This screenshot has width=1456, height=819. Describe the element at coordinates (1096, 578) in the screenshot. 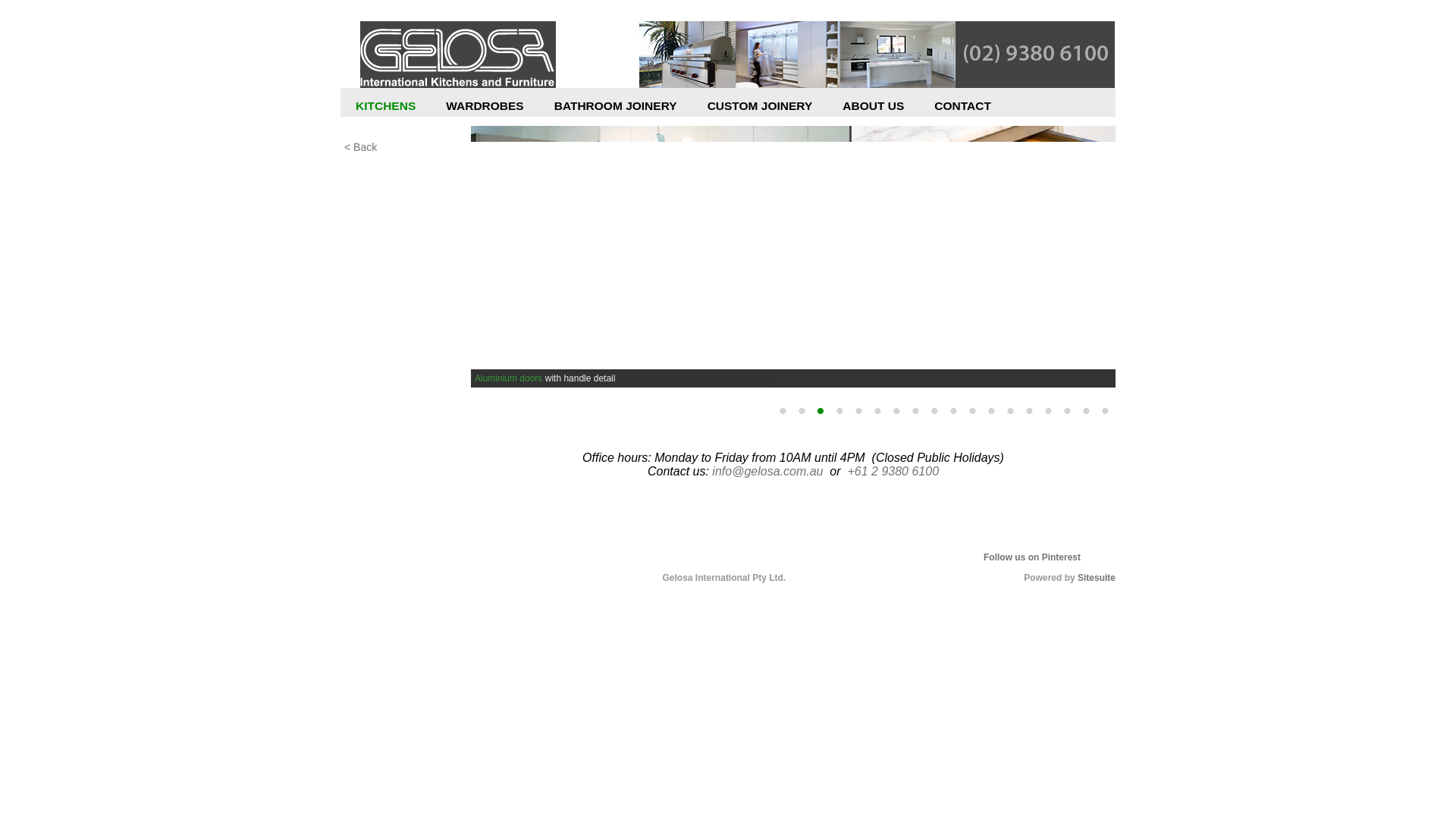

I see `'Sitesuite'` at that location.